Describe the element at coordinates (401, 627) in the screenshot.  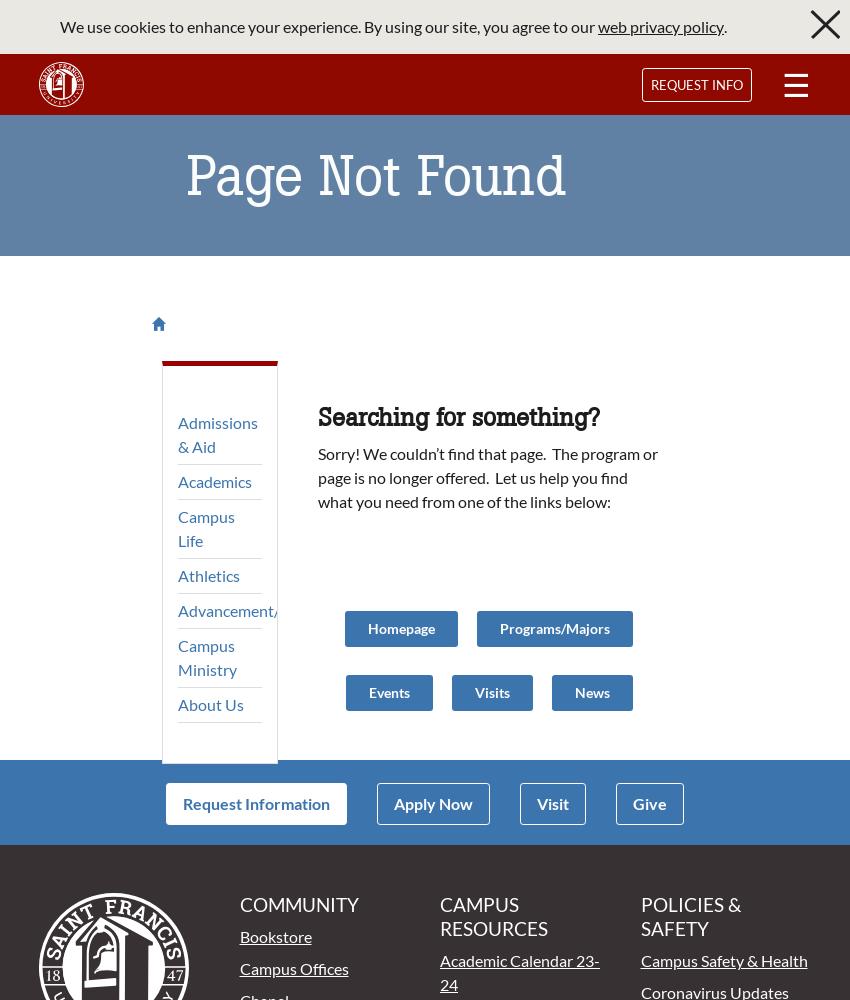
I see `'Homepage'` at that location.